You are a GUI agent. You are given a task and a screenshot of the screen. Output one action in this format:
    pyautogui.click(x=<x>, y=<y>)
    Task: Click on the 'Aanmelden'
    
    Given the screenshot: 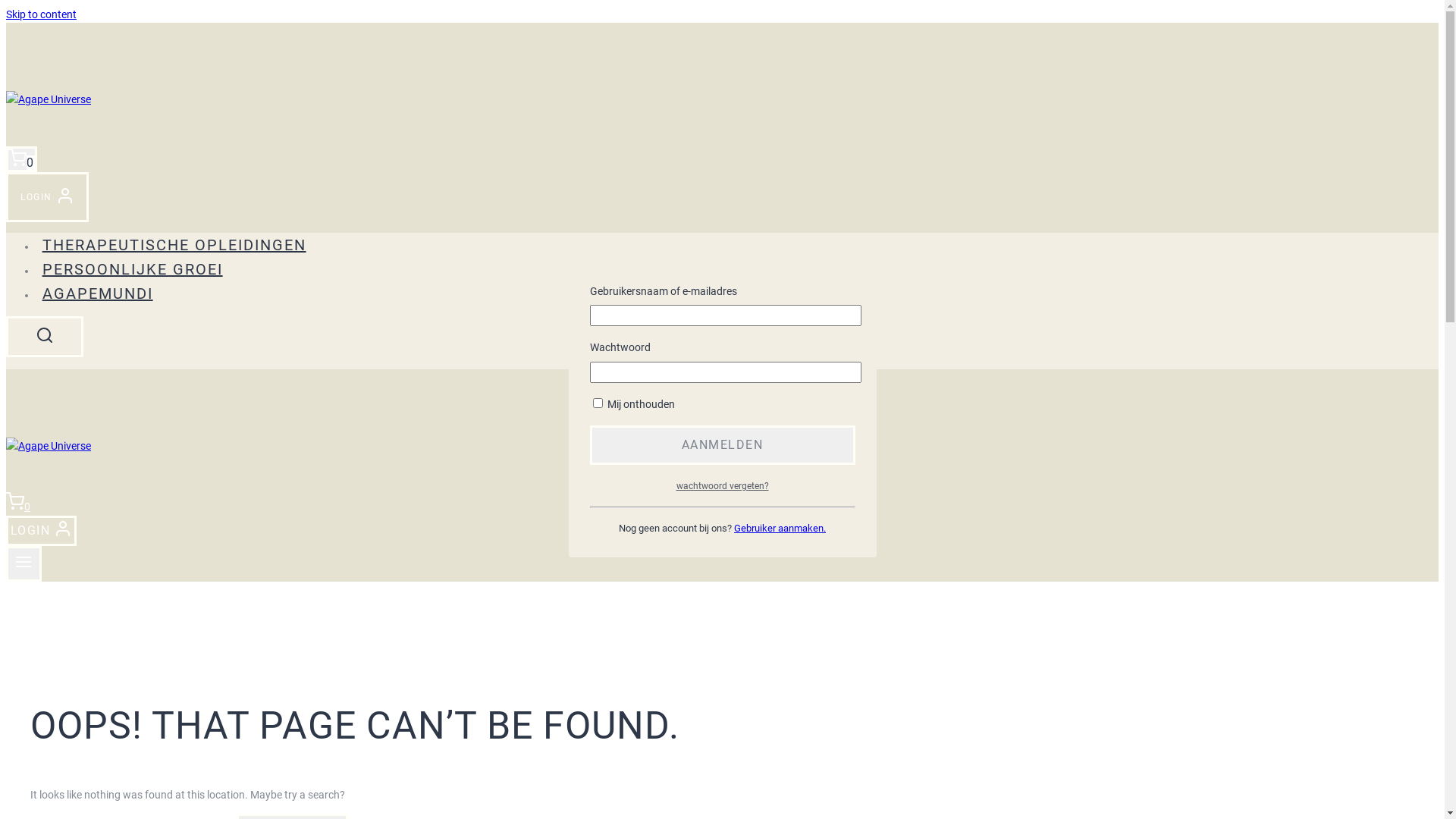 What is the action you would take?
    pyautogui.click(x=722, y=444)
    